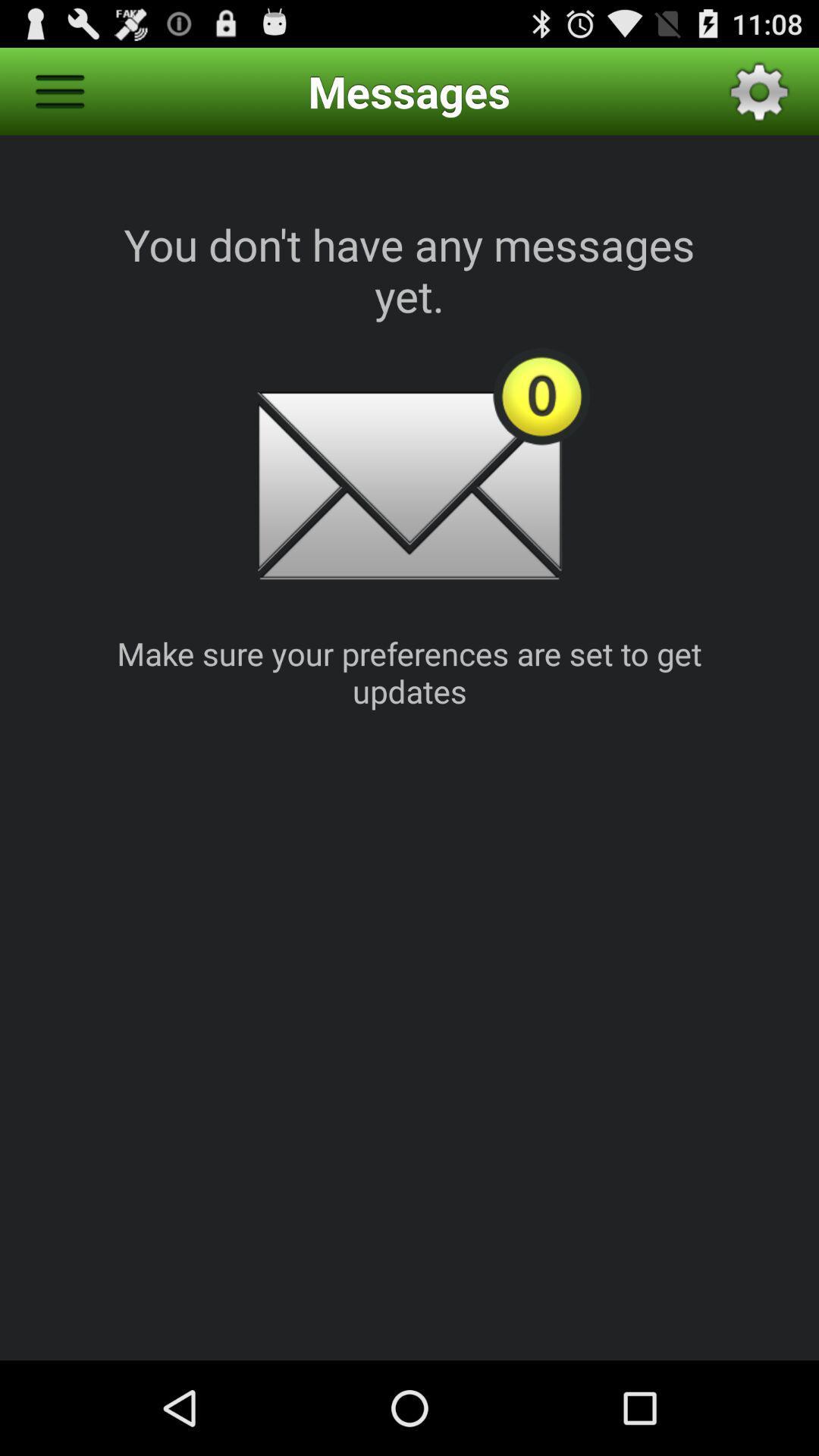 This screenshot has width=819, height=1456. I want to click on item above the you don t, so click(759, 90).